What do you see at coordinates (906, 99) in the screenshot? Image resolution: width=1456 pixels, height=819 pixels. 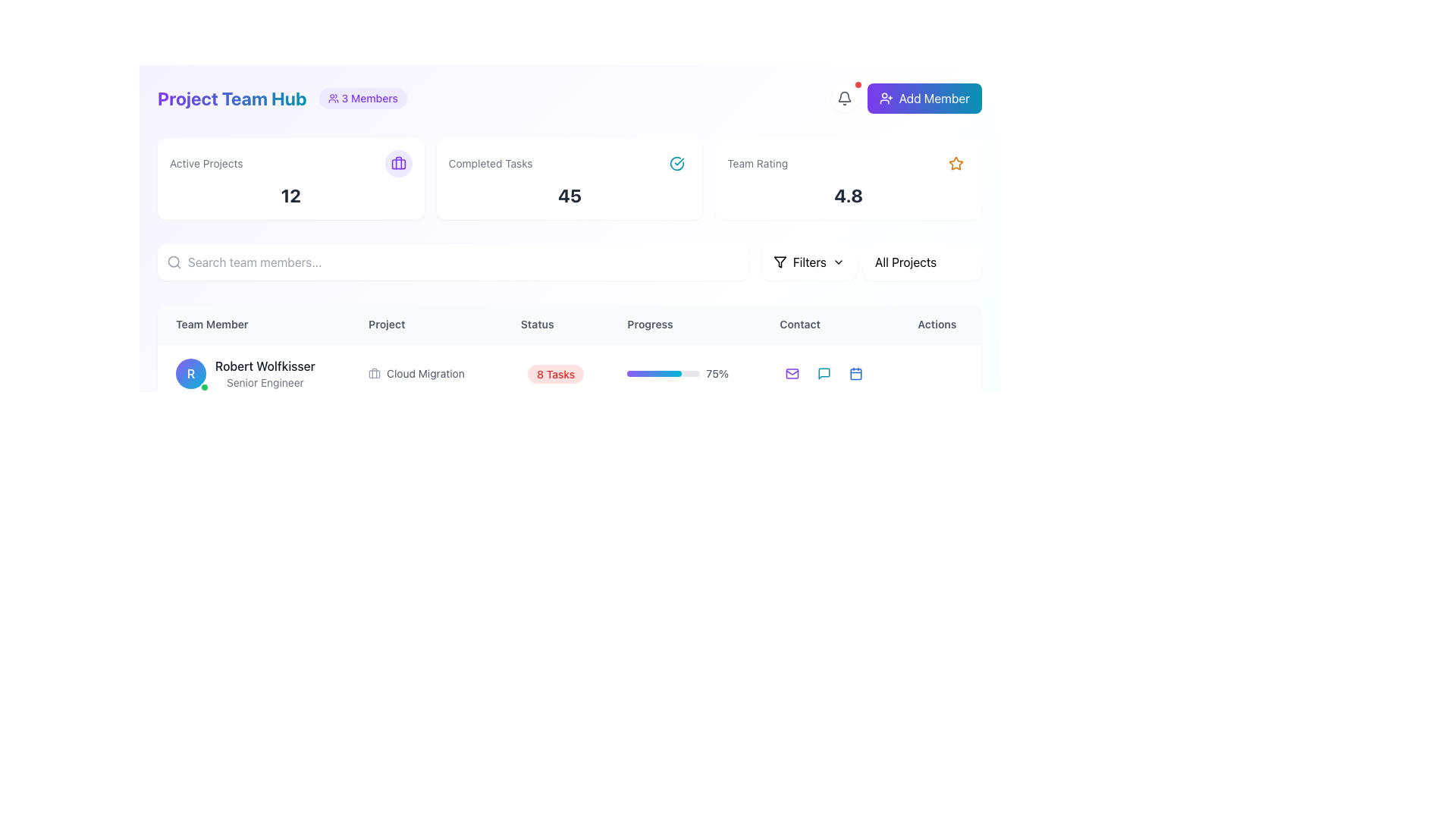 I see `the 'Add Member' button with a gradient background and white text` at bounding box center [906, 99].